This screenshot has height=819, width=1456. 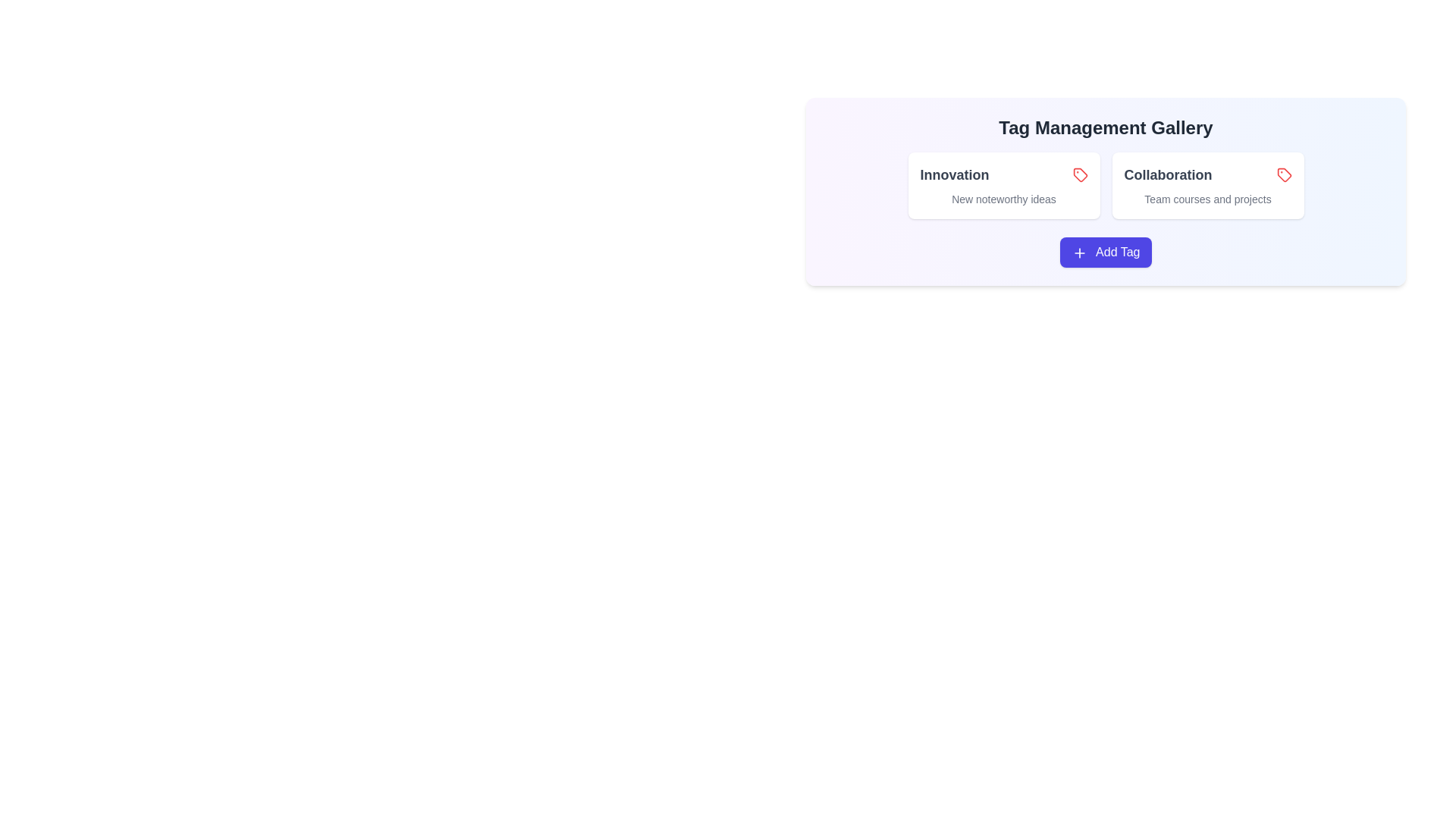 I want to click on the icon located in the top-left card of the Tag Management Gallery interface, specifically to the right of the text 'Innovation', so click(x=1079, y=174).